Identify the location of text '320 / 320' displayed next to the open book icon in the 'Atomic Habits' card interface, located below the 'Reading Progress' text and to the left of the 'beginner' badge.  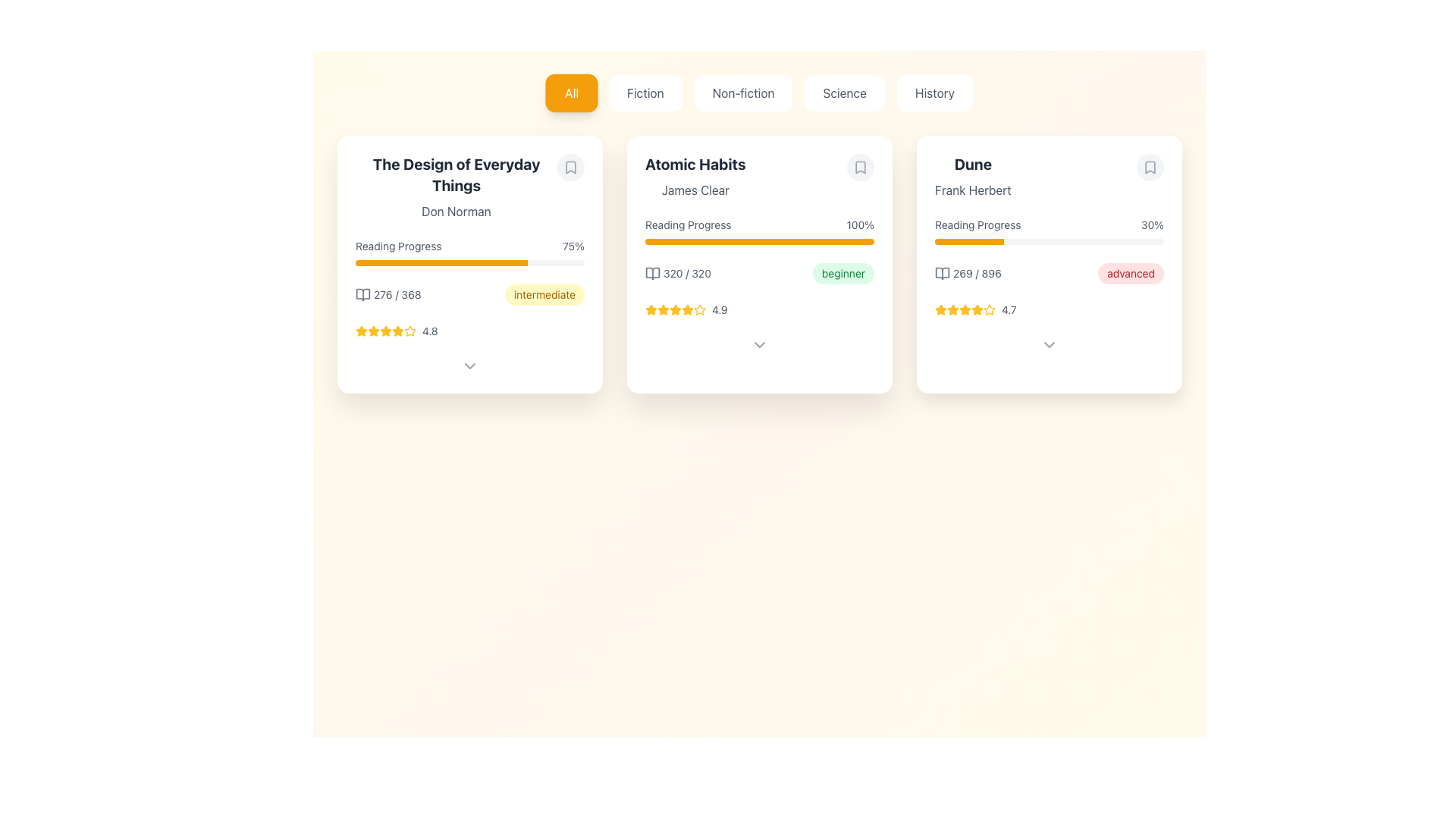
(677, 274).